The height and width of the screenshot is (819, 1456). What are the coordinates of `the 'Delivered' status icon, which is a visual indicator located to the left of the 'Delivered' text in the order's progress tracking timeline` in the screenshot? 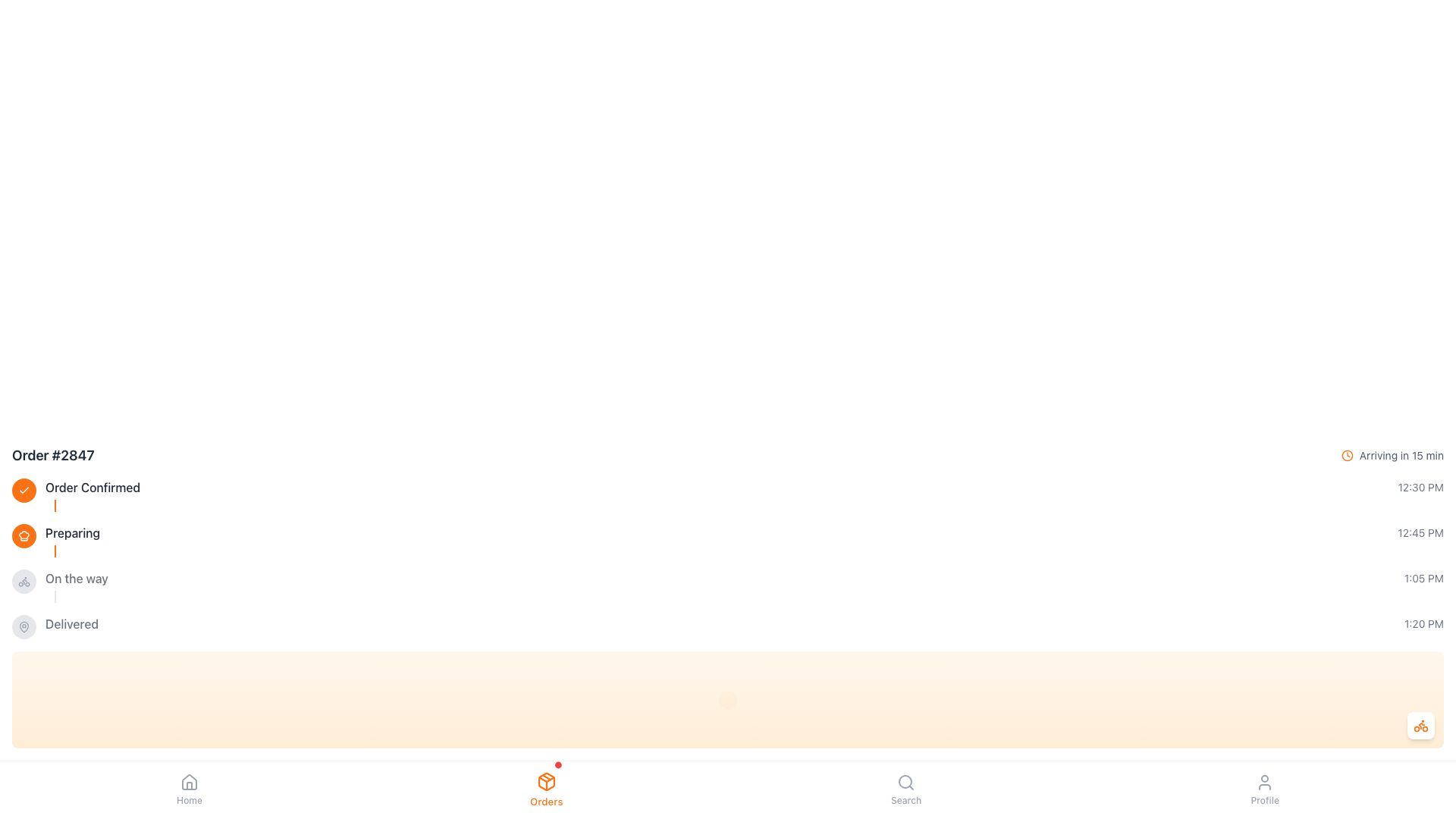 It's located at (24, 626).